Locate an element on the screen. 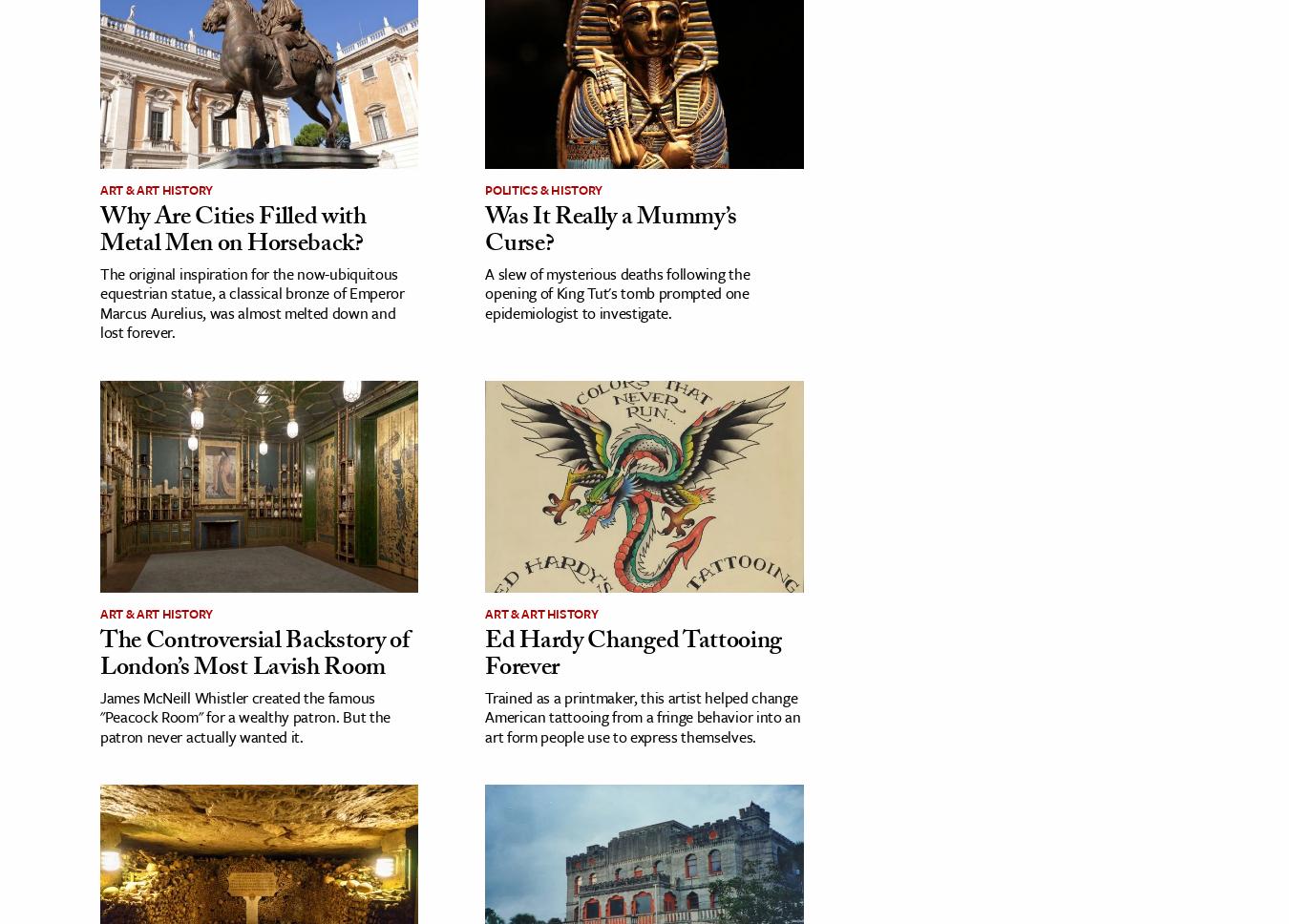  'Trained as a printmaker, this artist helped change American tattooing from a fringe behavior into an art form people use to express themselves.' is located at coordinates (642, 716).